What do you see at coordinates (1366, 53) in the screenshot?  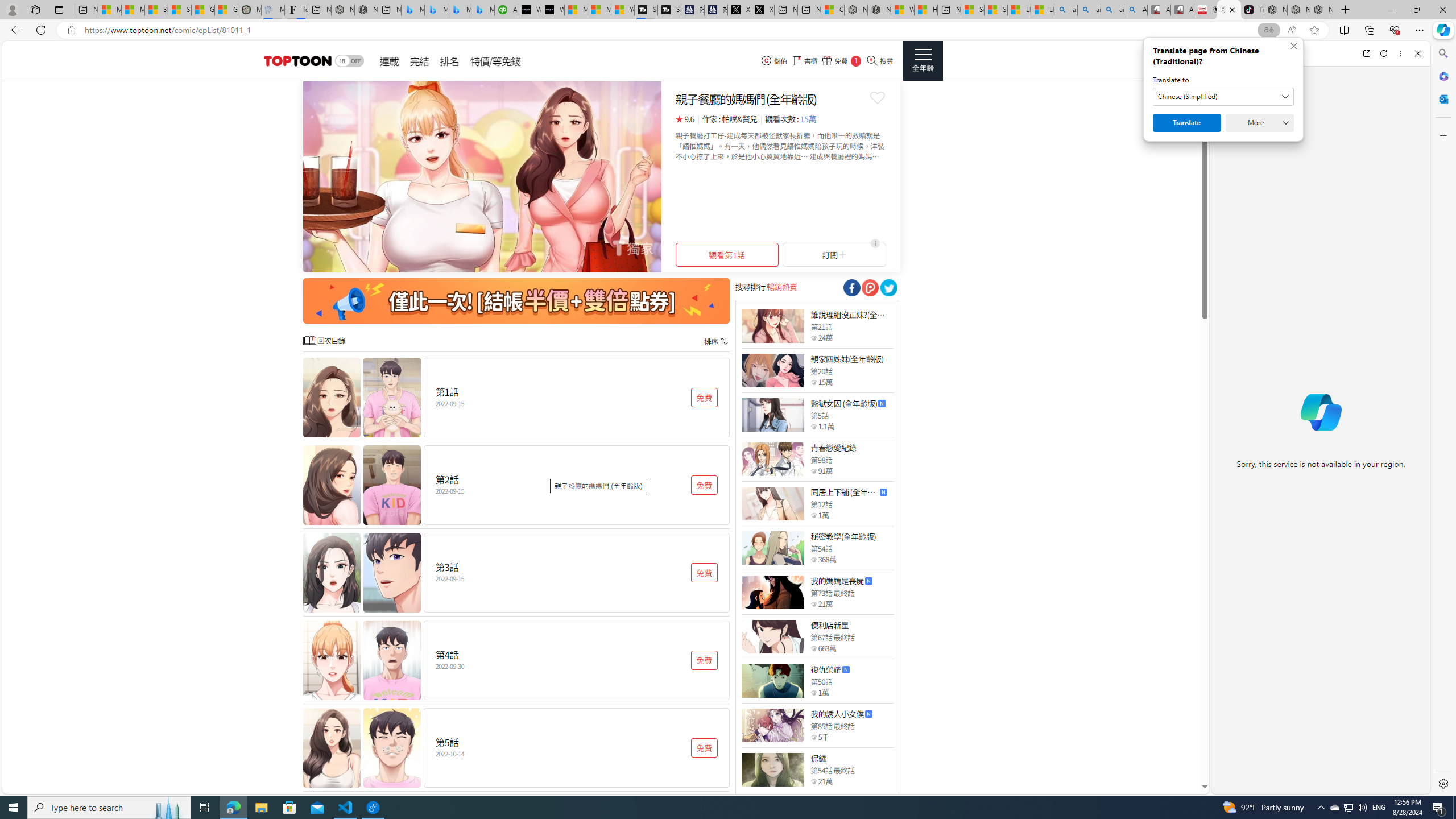 I see `'Open link in new tab'` at bounding box center [1366, 53].